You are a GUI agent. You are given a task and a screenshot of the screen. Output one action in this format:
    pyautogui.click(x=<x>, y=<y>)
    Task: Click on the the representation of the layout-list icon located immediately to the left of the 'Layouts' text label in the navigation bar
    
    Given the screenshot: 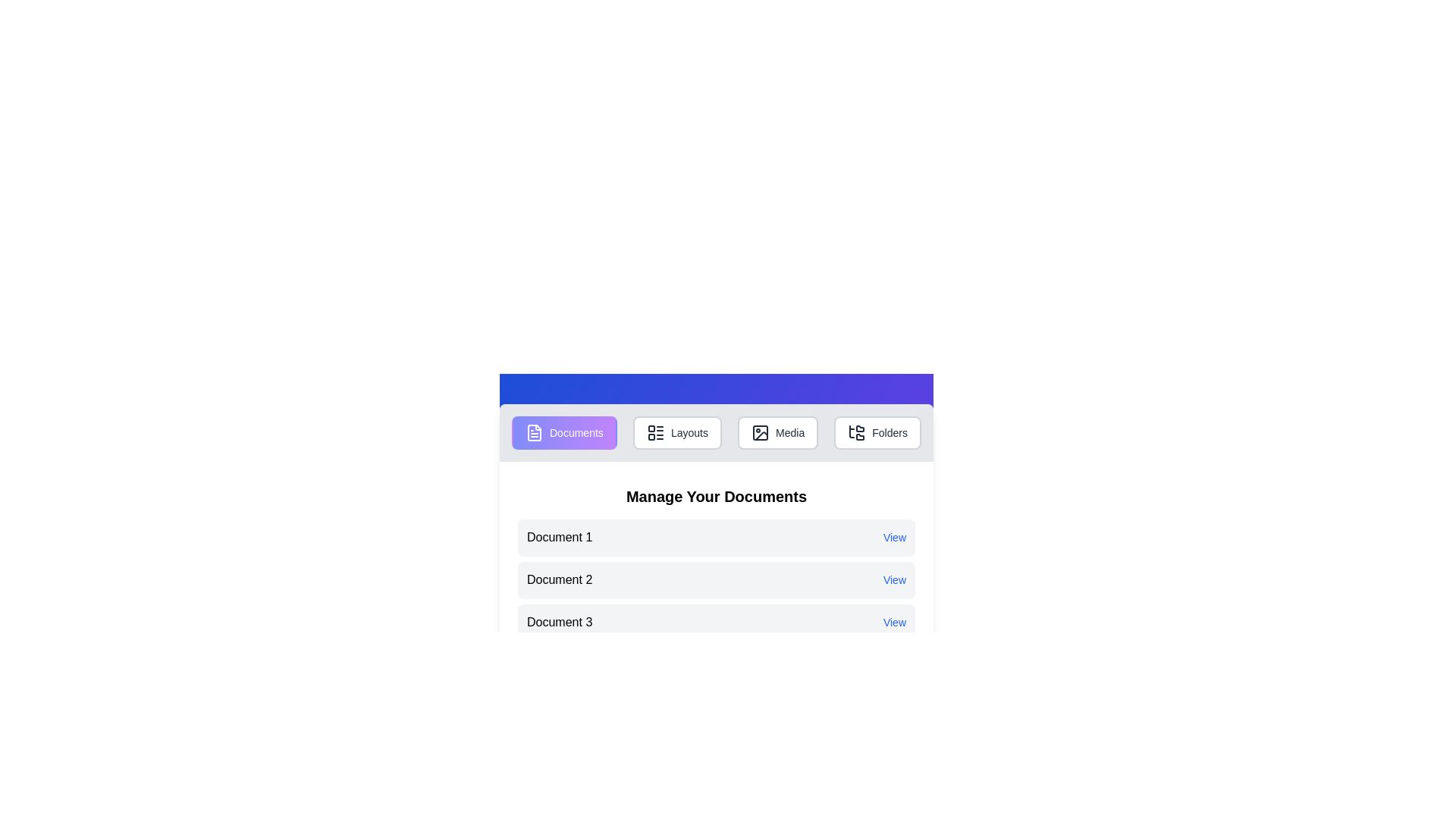 What is the action you would take?
    pyautogui.click(x=655, y=432)
    